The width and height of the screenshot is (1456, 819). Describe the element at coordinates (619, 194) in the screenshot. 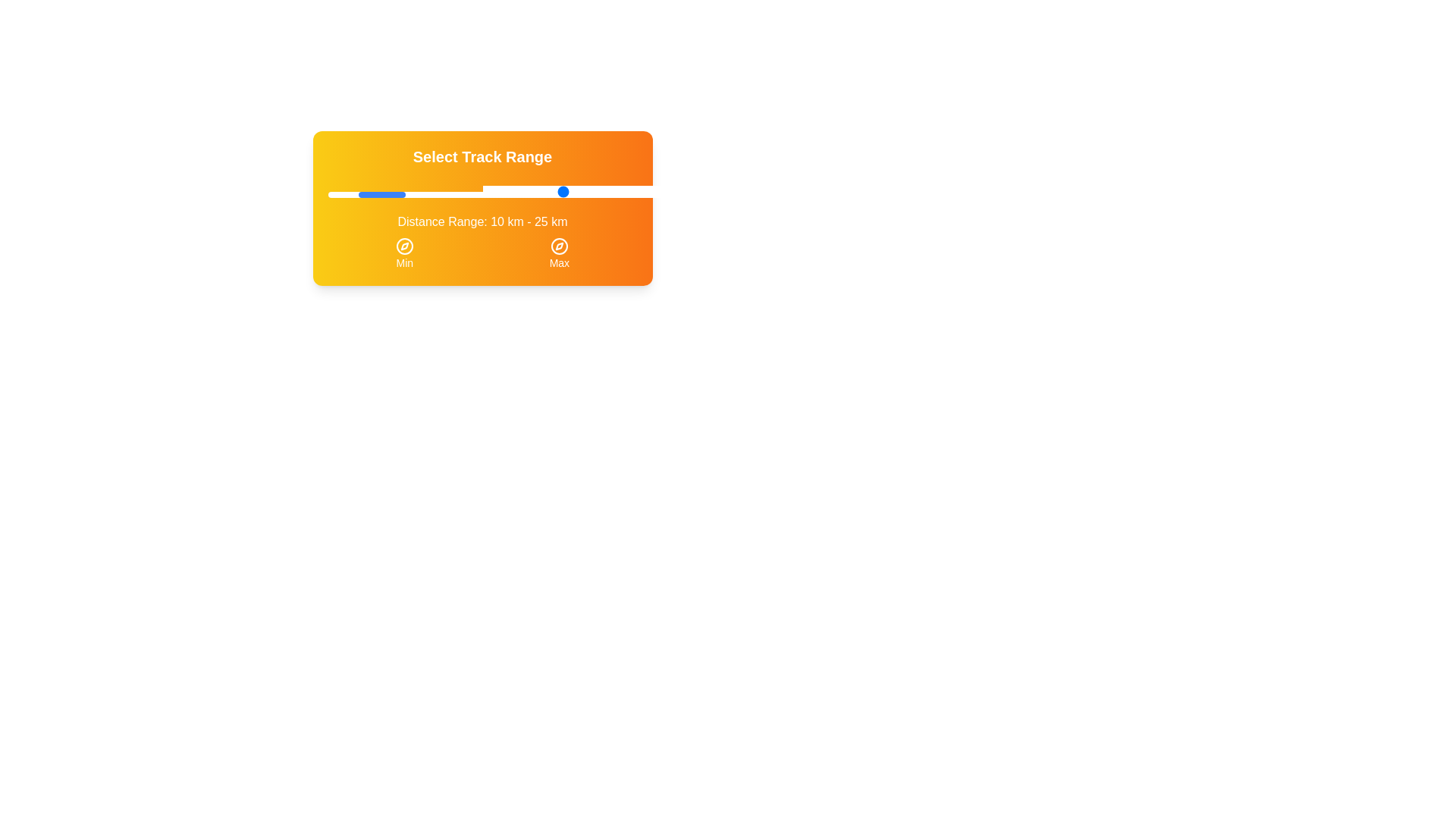

I see `the range slider's value` at that location.